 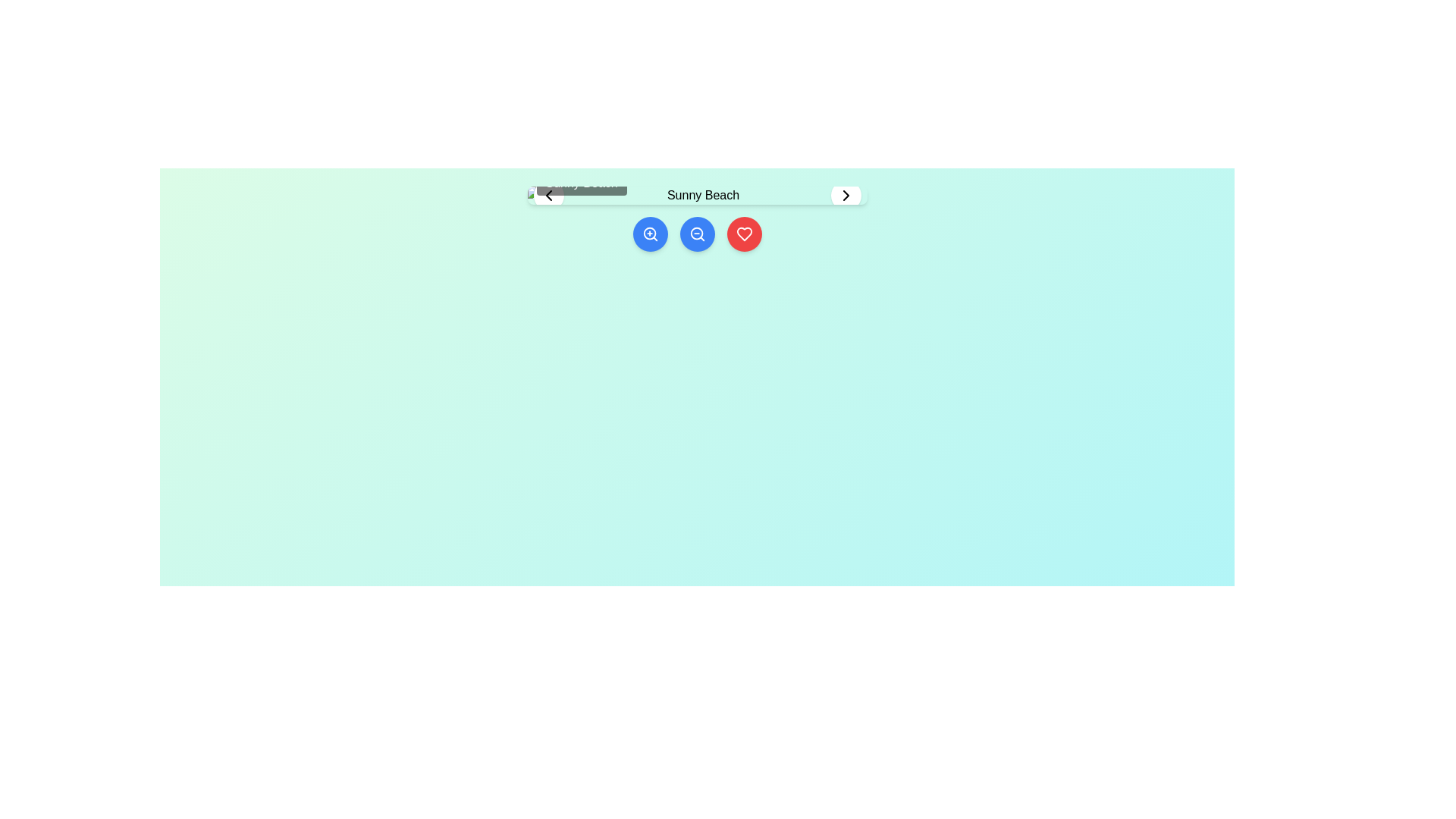 I want to click on the leftward arrow icon button, which is a small black outlined chevron within a circular white background, so click(x=548, y=195).